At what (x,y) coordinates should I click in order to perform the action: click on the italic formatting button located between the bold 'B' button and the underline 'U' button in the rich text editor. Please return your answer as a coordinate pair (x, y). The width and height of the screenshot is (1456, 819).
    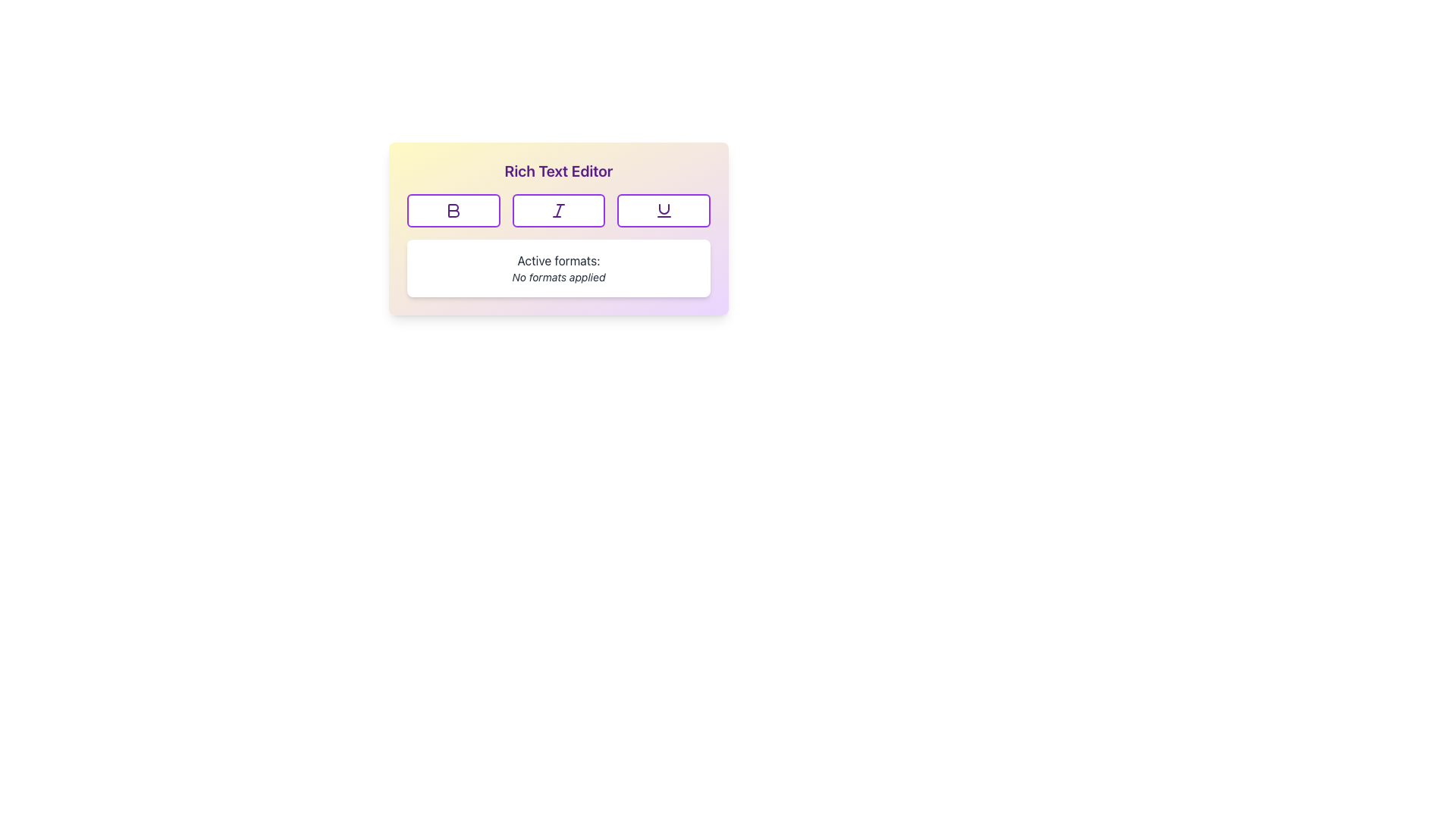
    Looking at the image, I should click on (557, 210).